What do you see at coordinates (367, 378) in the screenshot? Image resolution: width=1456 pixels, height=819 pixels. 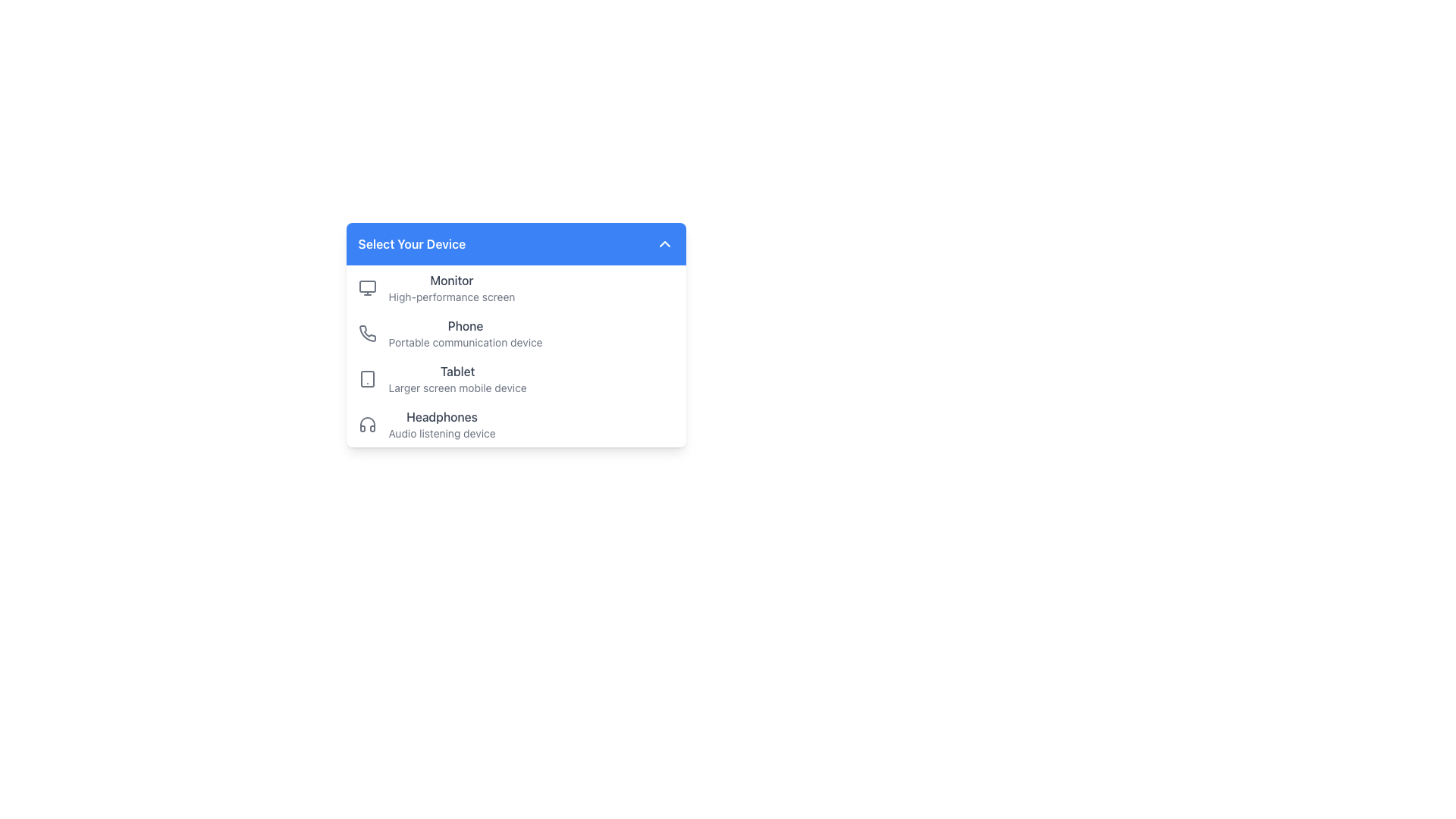 I see `the rounded rectangle element that is part of the tablet device icon, positioned at the center of the icon, which is displayed to the left of the text 'Tablet'` at bounding box center [367, 378].